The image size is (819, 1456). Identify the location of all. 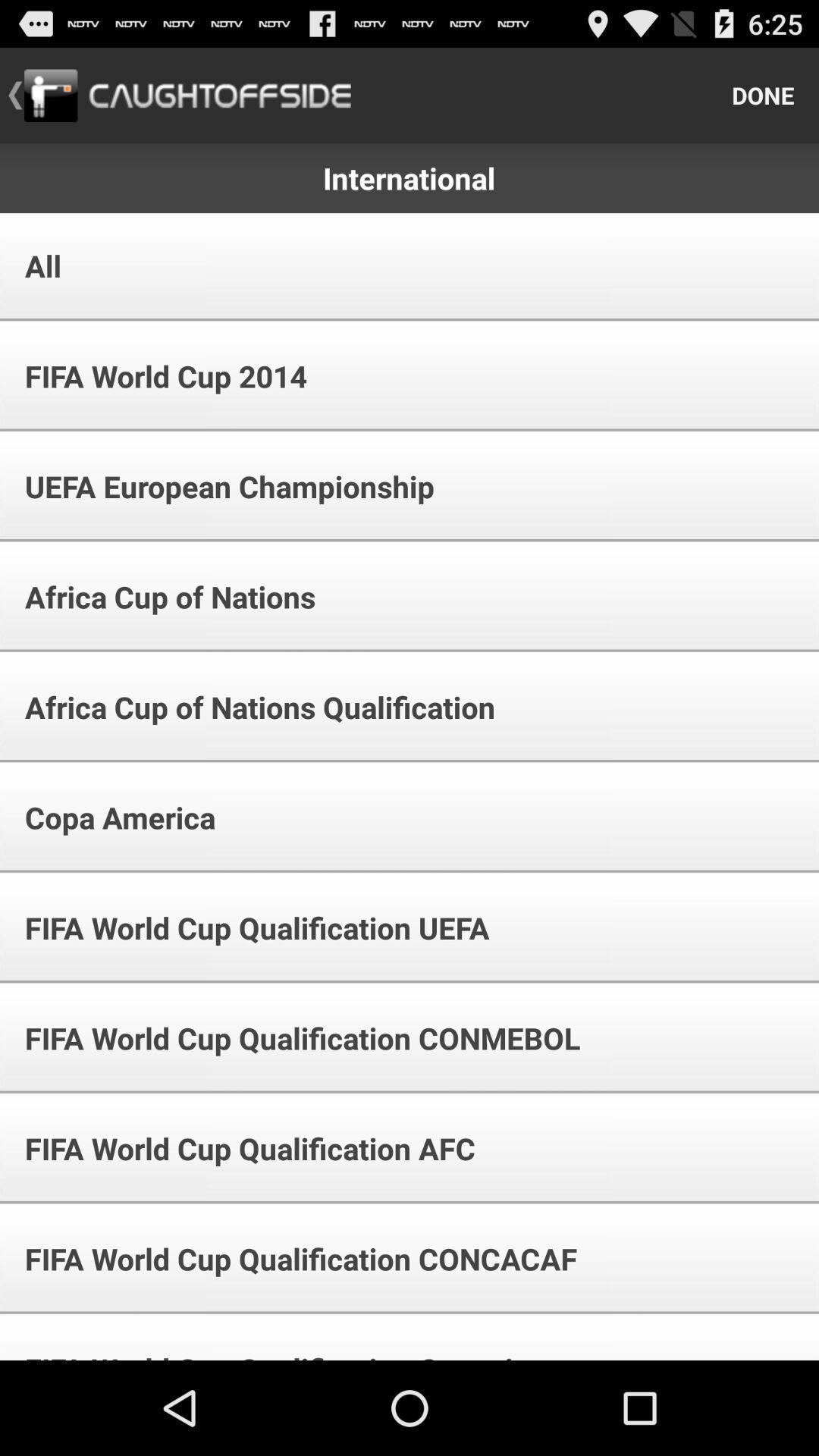
(33, 265).